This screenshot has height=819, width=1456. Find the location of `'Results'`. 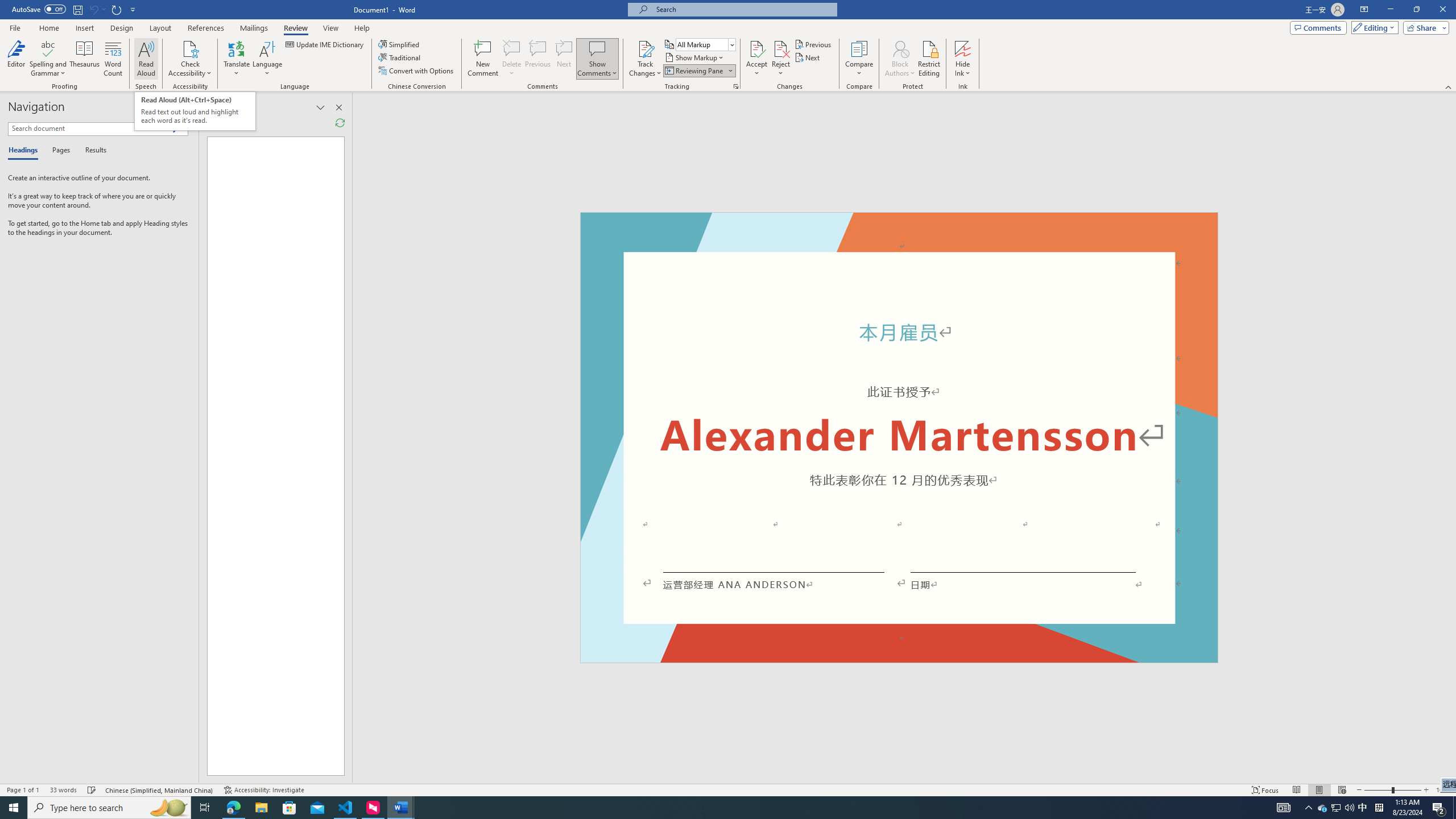

'Results' is located at coordinates (91, 150).